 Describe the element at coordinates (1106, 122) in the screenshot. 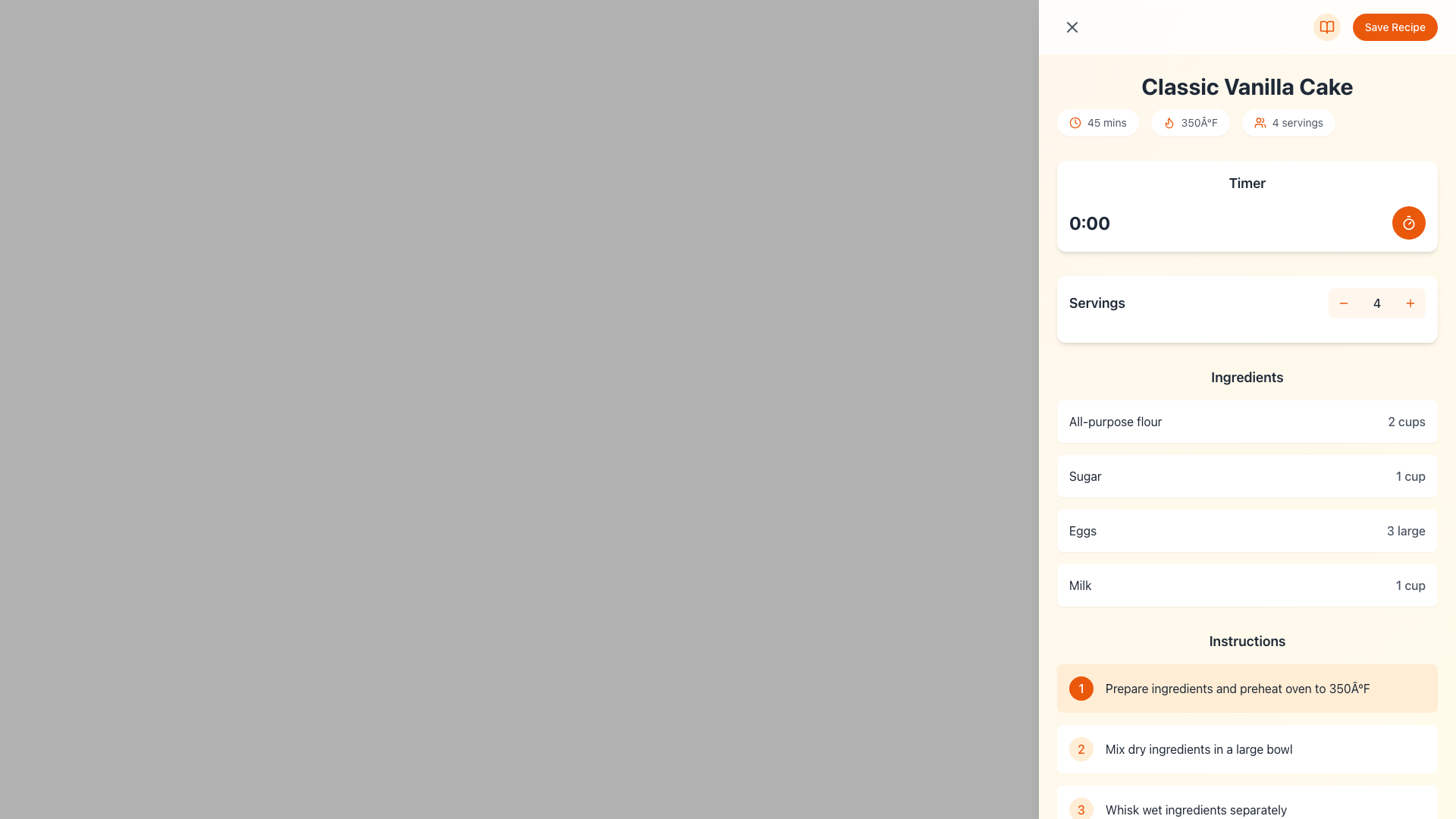

I see `displayed text of the text label showing '45 mins' in a light gray font, located next to the label 'Classic Vanilla Cake.'` at that location.